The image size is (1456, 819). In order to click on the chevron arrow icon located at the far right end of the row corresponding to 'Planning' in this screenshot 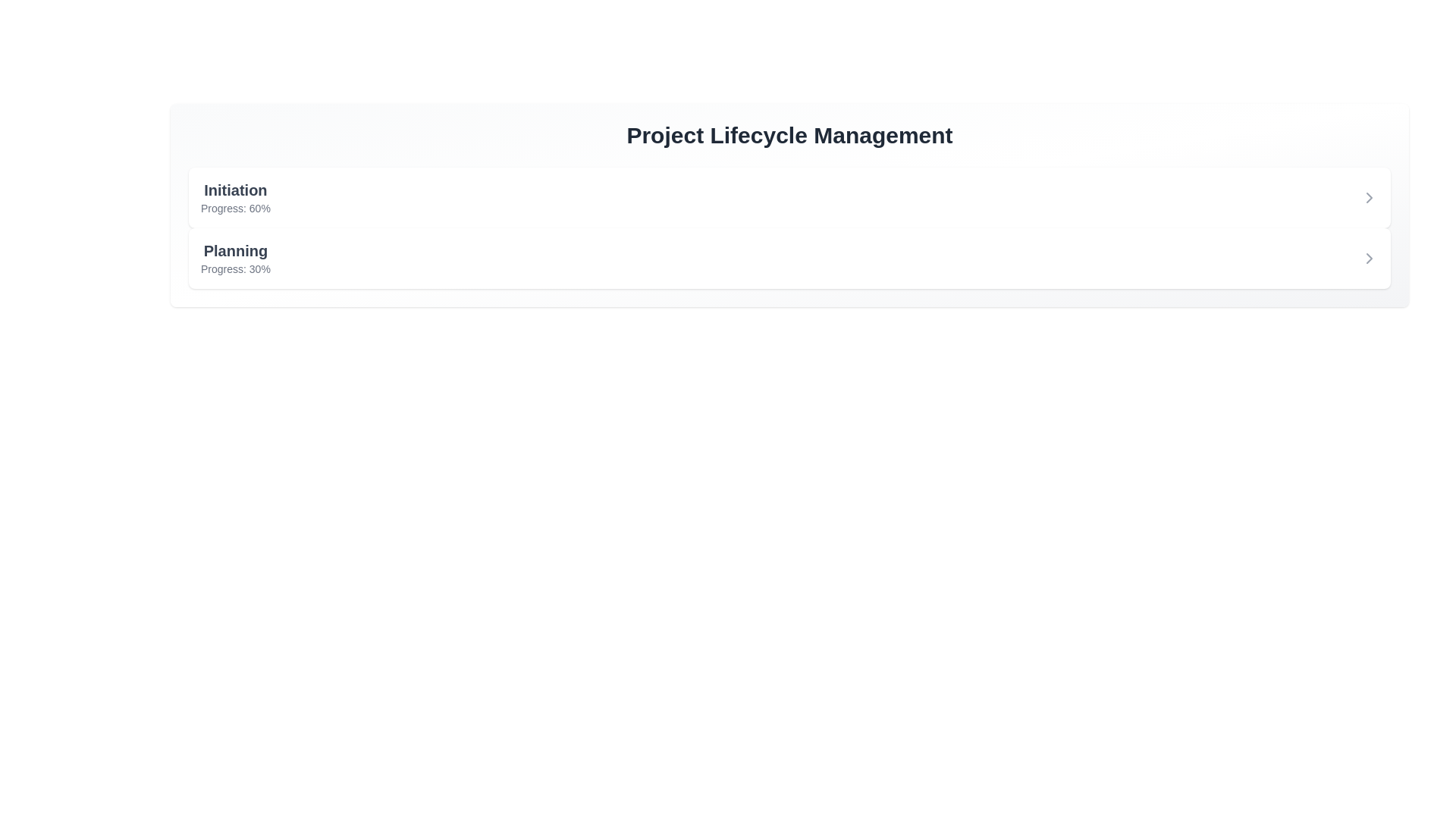, I will do `click(1369, 197)`.